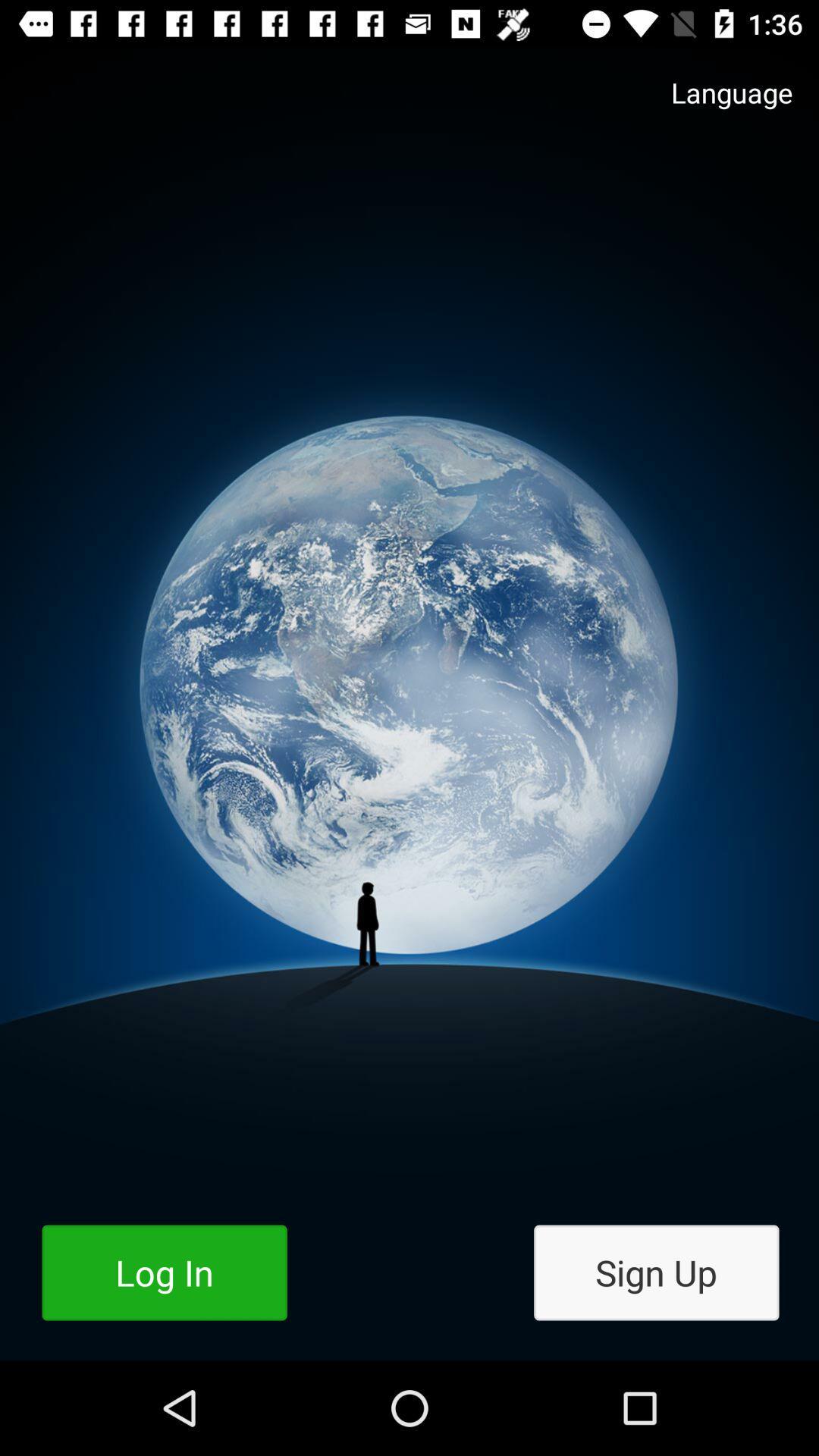  What do you see at coordinates (165, 1272) in the screenshot?
I see `icon to the left of sign up` at bounding box center [165, 1272].